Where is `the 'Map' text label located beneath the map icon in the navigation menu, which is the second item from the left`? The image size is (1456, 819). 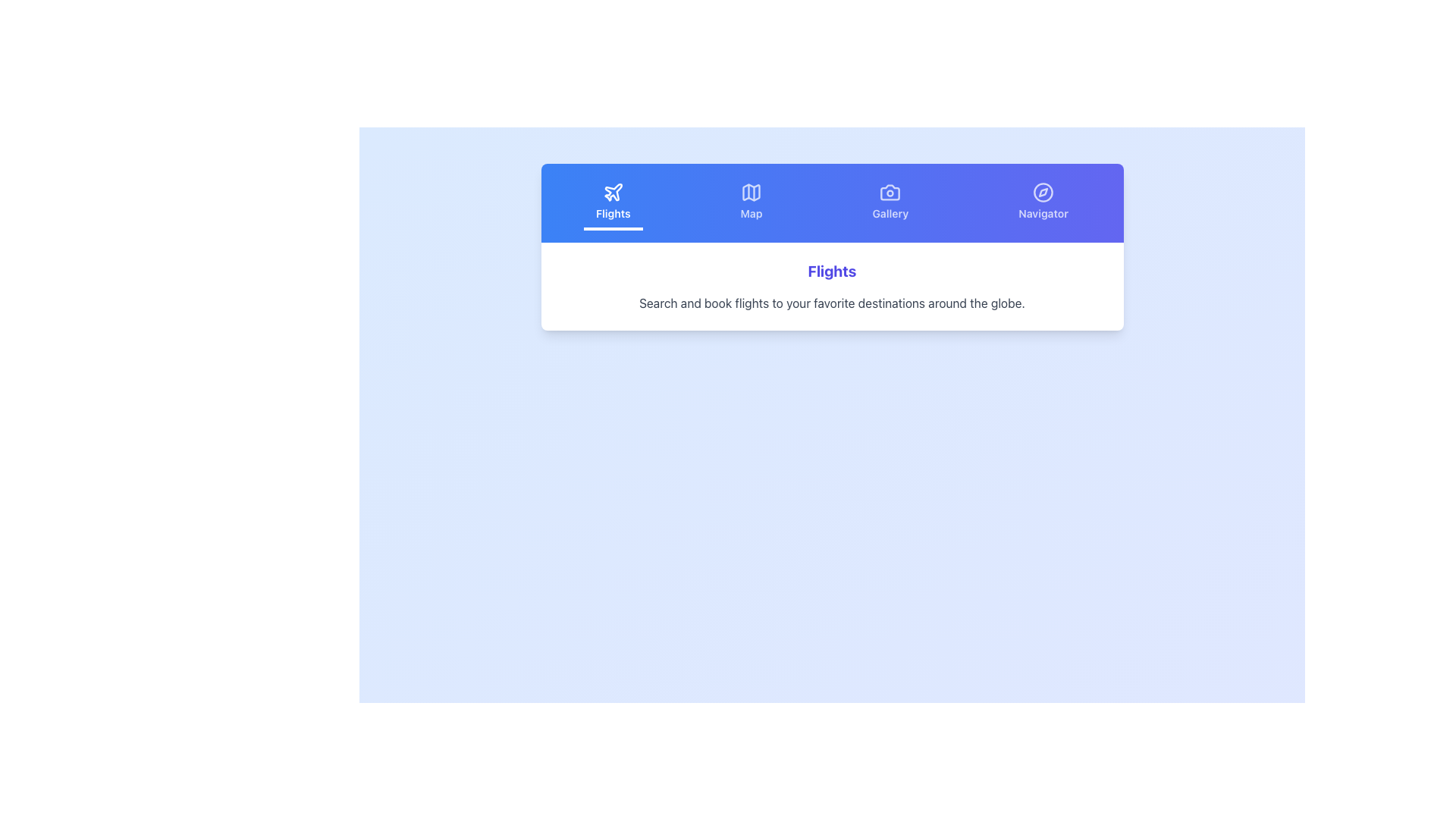
the 'Map' text label located beneath the map icon in the navigation menu, which is the second item from the left is located at coordinates (752, 213).